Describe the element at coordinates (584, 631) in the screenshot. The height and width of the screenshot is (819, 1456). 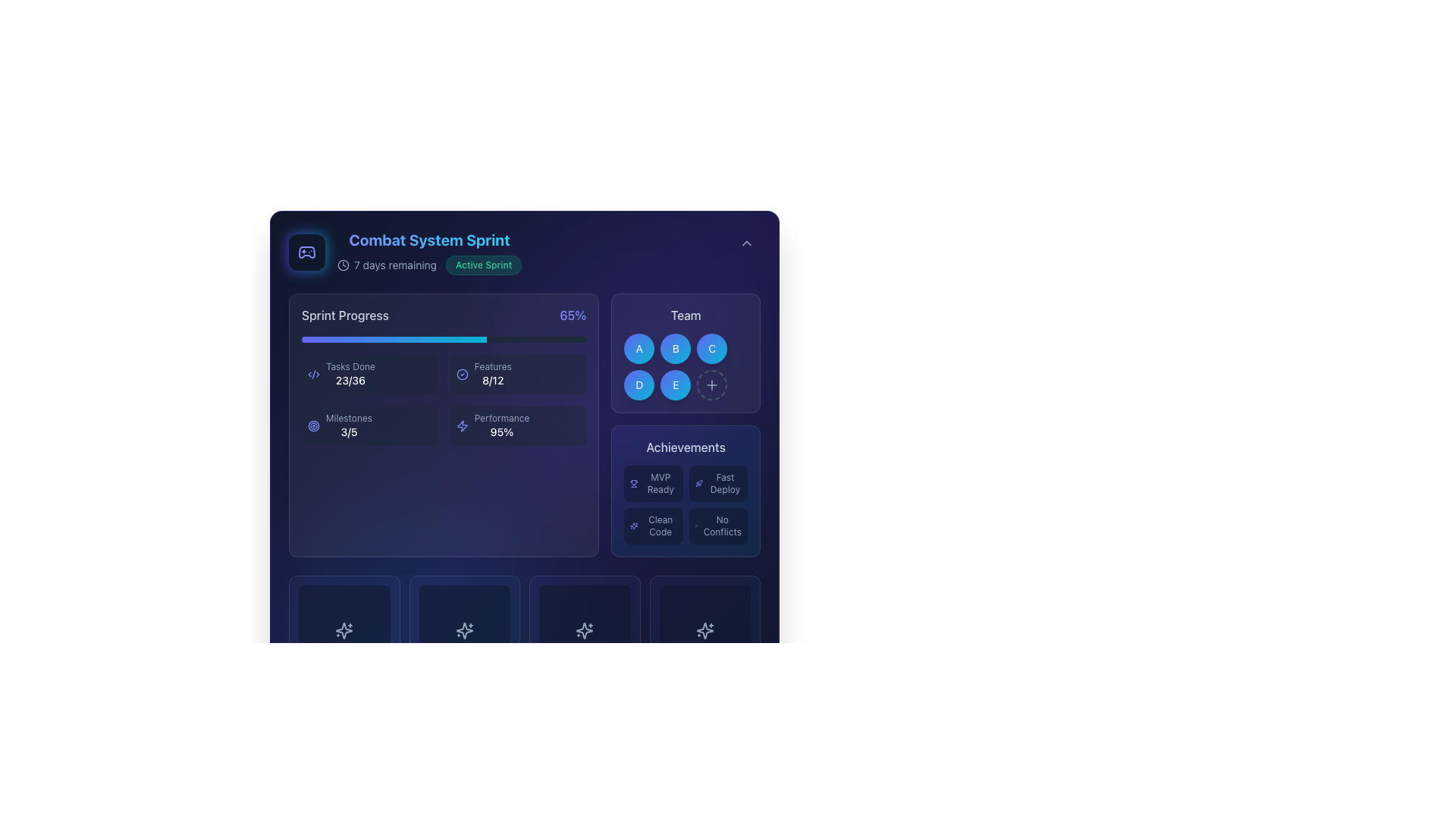
I see `icon within the interactive card located at the bottom section of the interface, which is the fourth card in a grid of four cards` at that location.